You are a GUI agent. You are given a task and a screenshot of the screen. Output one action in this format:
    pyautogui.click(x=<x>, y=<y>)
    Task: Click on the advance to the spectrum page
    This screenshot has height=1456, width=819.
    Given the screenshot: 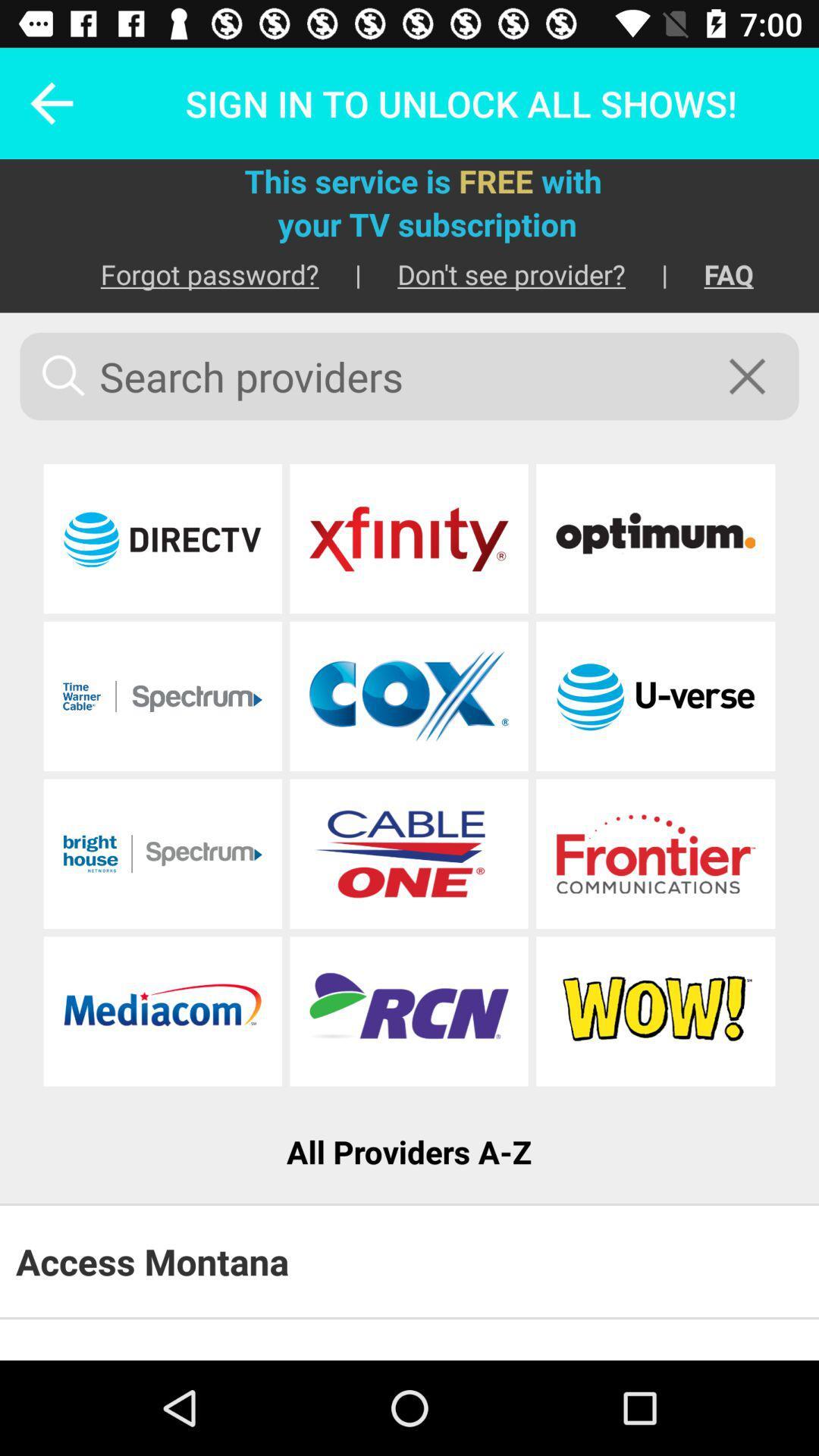 What is the action you would take?
    pyautogui.click(x=162, y=695)
    